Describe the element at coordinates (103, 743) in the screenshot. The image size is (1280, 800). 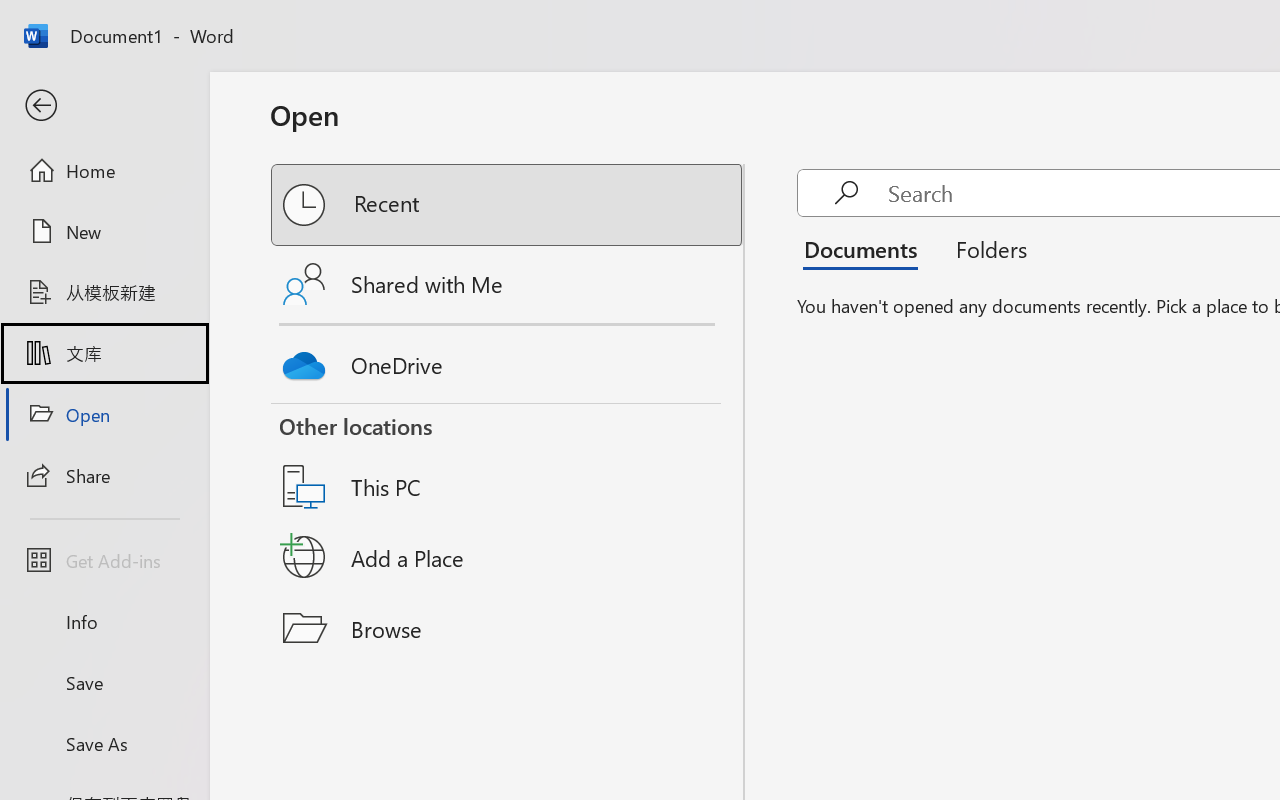
I see `'Save As'` at that location.